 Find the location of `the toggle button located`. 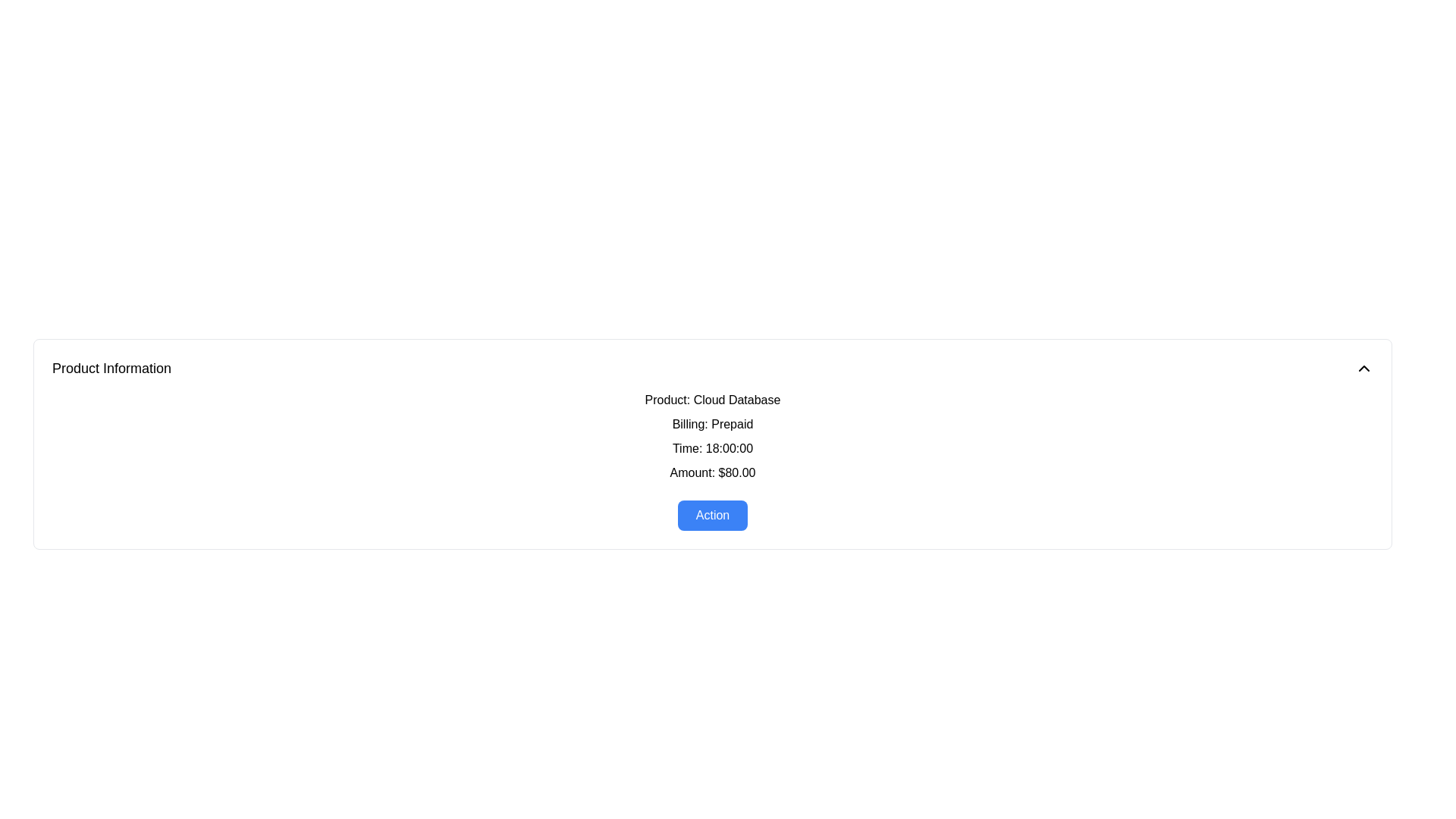

the toggle button located is located at coordinates (1364, 369).